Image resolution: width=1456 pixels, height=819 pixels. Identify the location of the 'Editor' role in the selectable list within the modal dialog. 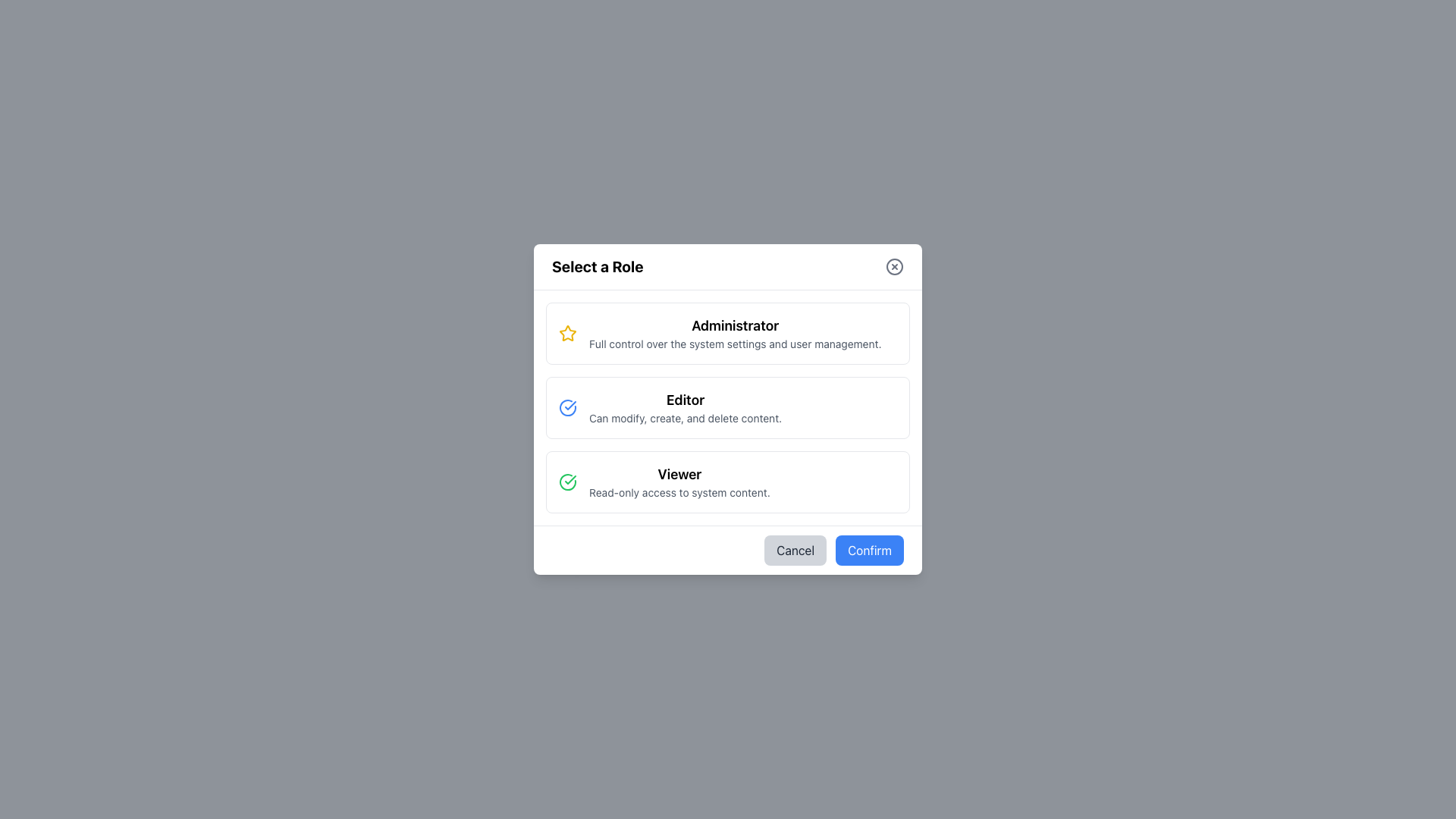
(728, 406).